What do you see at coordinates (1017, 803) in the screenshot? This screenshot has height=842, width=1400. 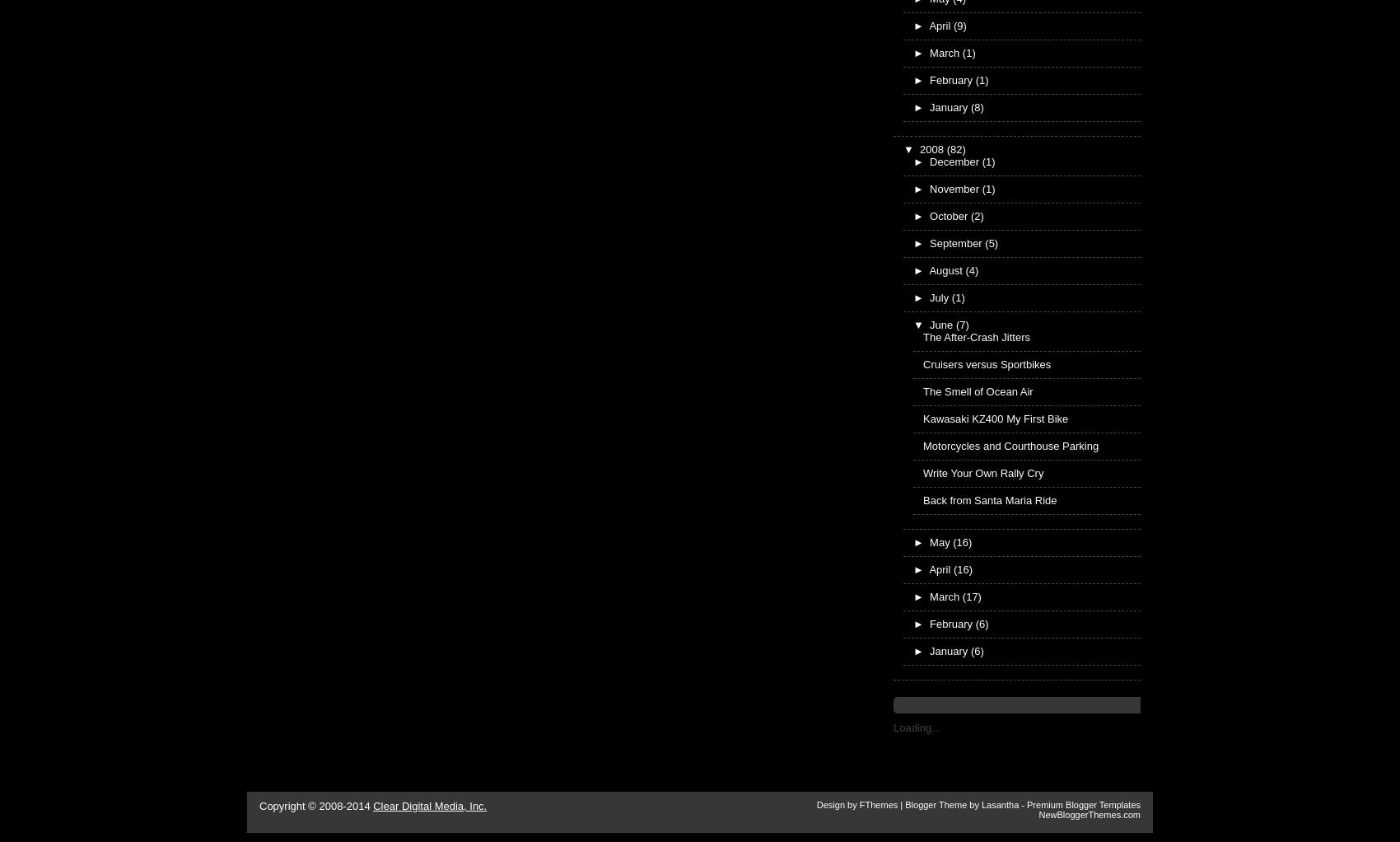 I see `'-'` at bounding box center [1017, 803].